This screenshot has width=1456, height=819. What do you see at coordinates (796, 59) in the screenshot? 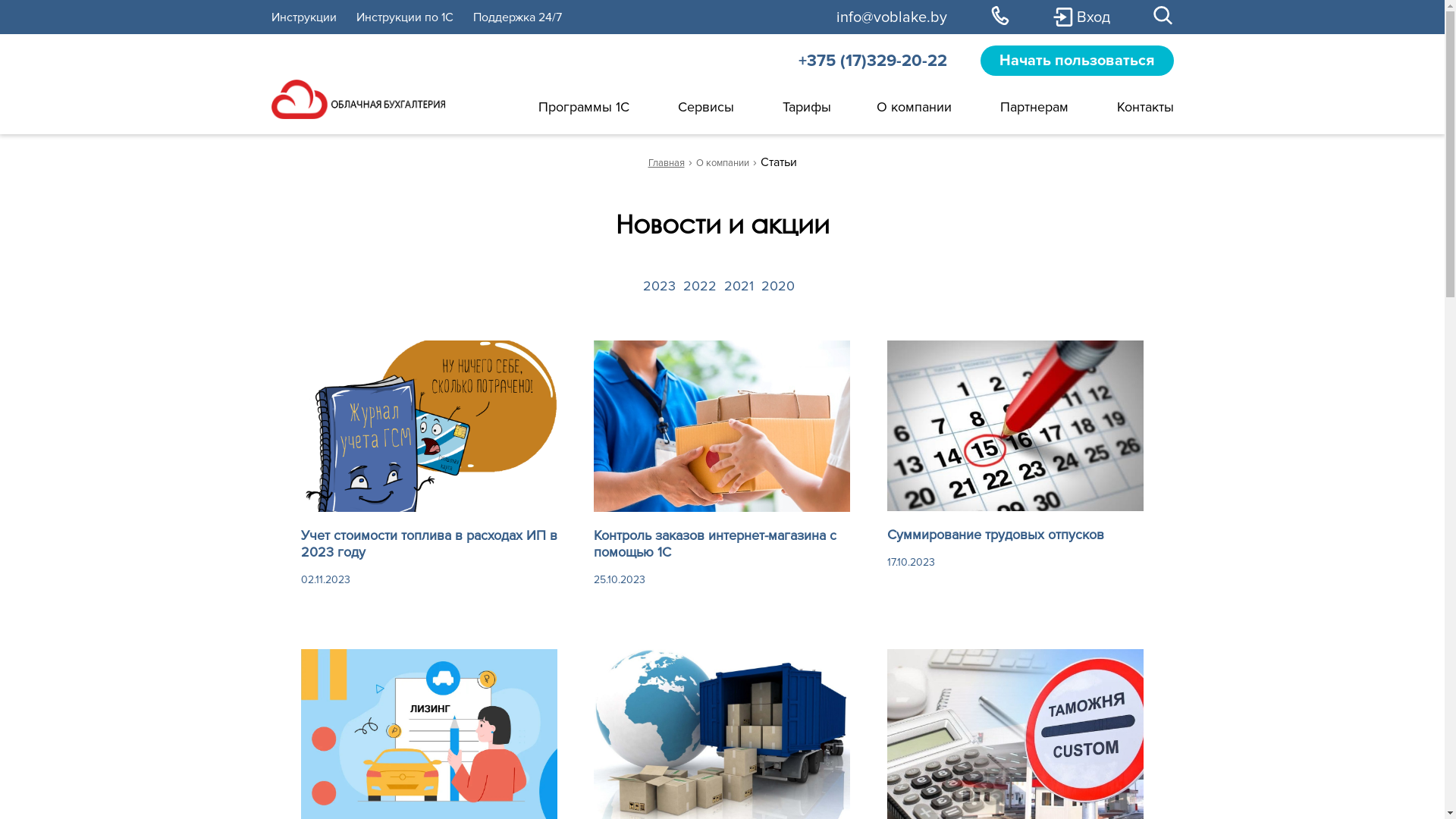
I see `'+375 (17)329-20-22'` at bounding box center [796, 59].